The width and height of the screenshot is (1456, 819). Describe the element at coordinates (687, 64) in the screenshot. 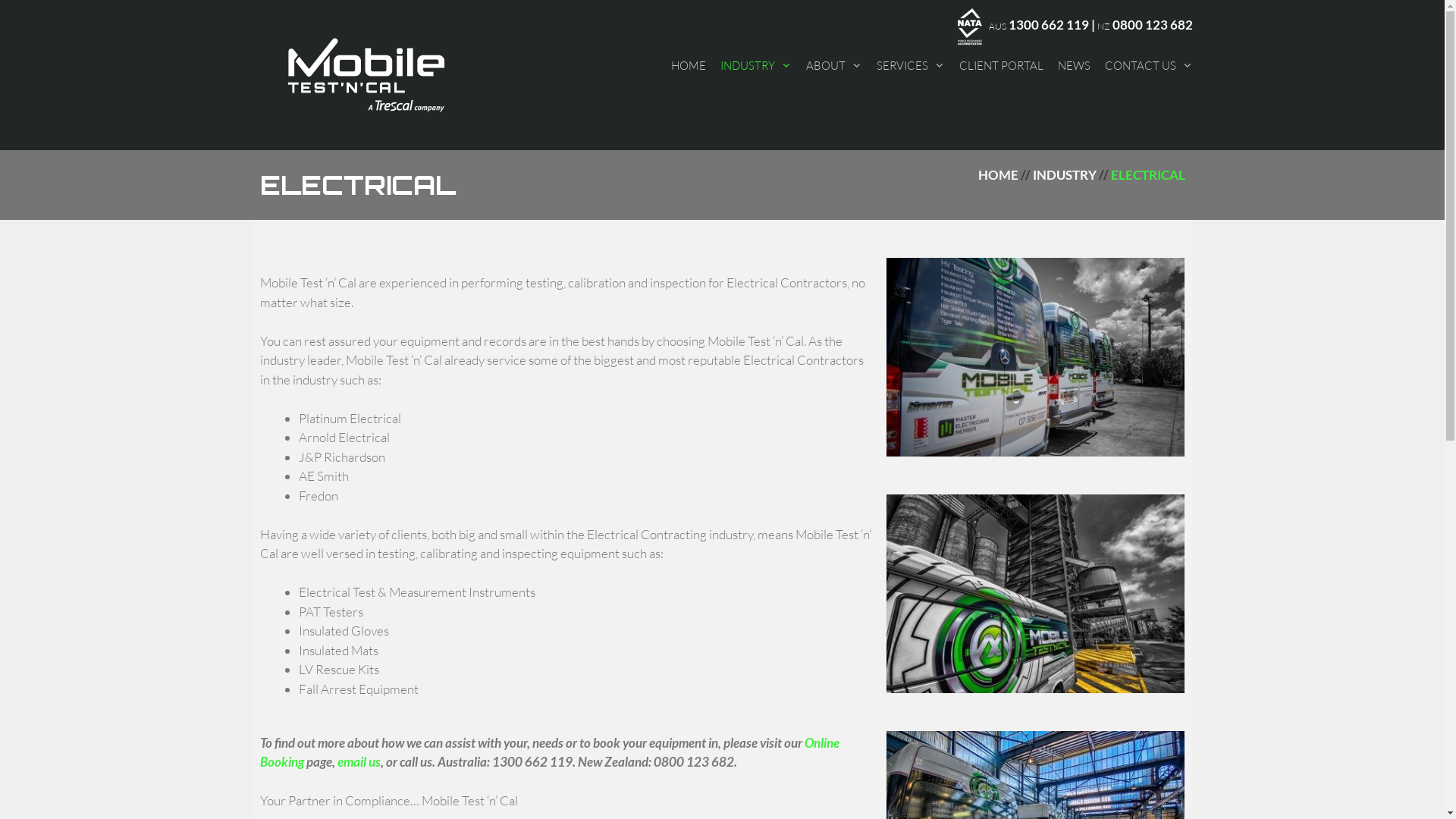

I see `'HOME'` at that location.